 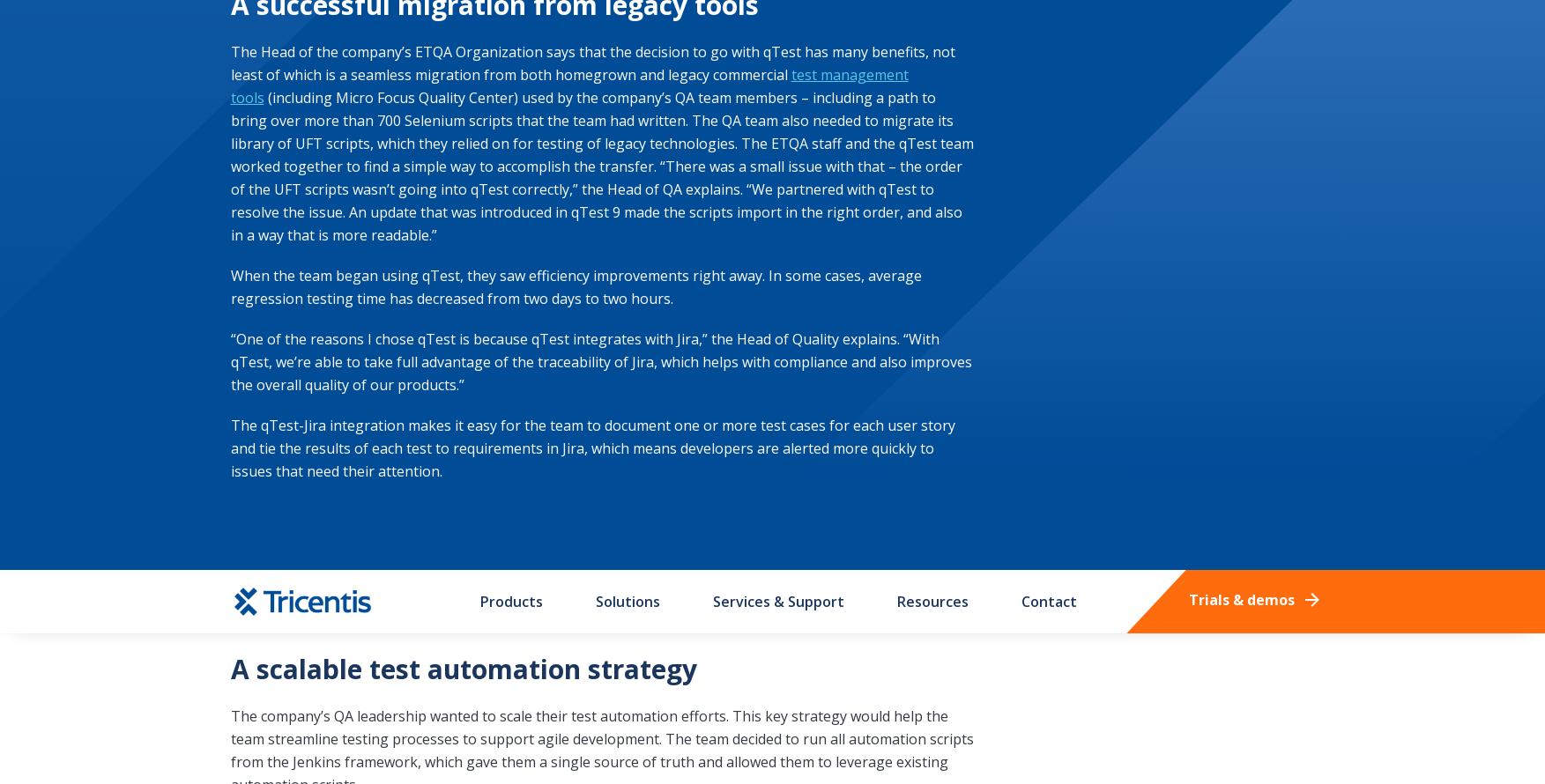 What do you see at coordinates (595, 18) in the screenshot?
I see `'Blog'` at bounding box center [595, 18].